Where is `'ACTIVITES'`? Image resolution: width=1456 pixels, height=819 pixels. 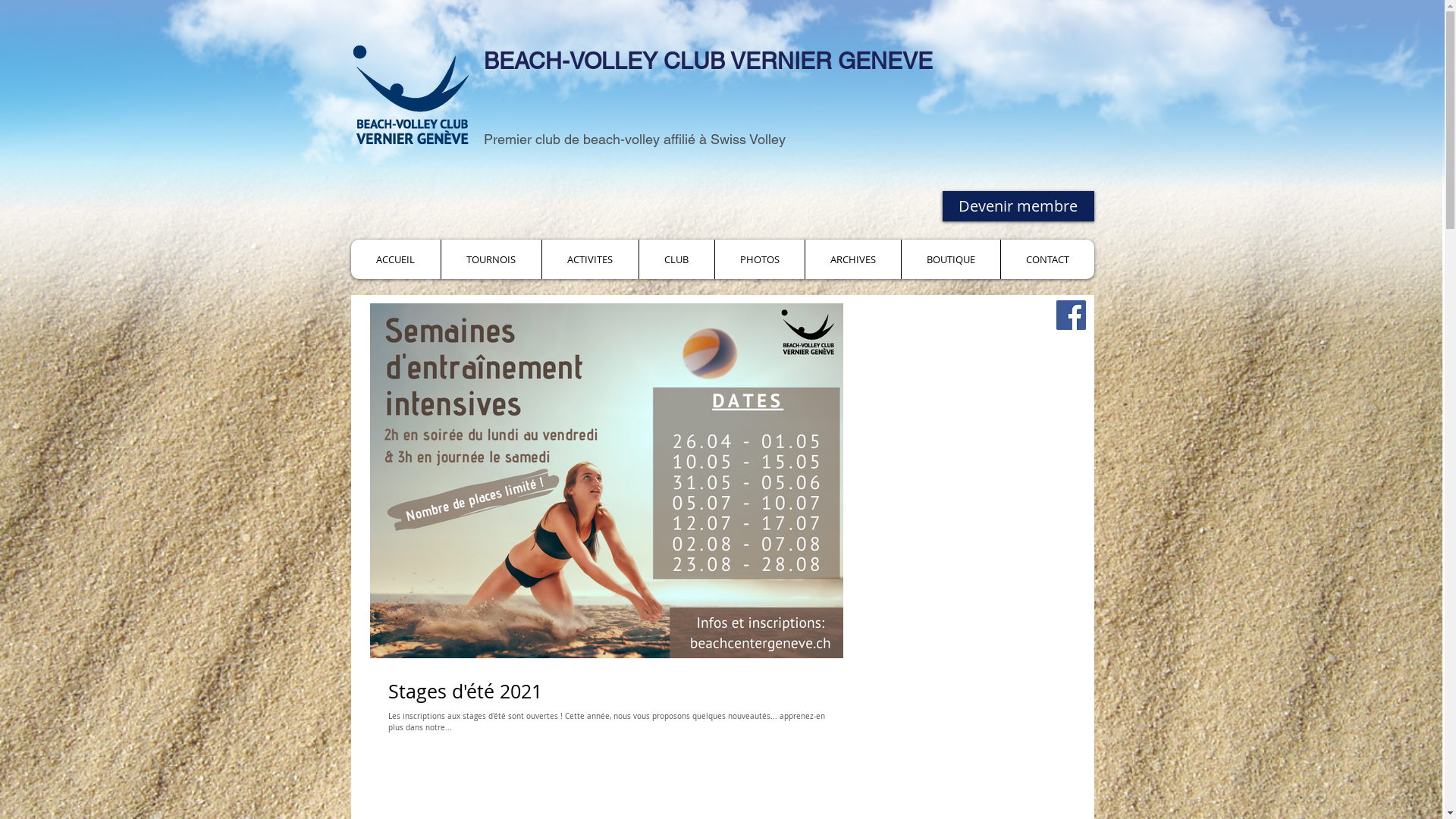
'ACTIVITES' is located at coordinates (588, 259).